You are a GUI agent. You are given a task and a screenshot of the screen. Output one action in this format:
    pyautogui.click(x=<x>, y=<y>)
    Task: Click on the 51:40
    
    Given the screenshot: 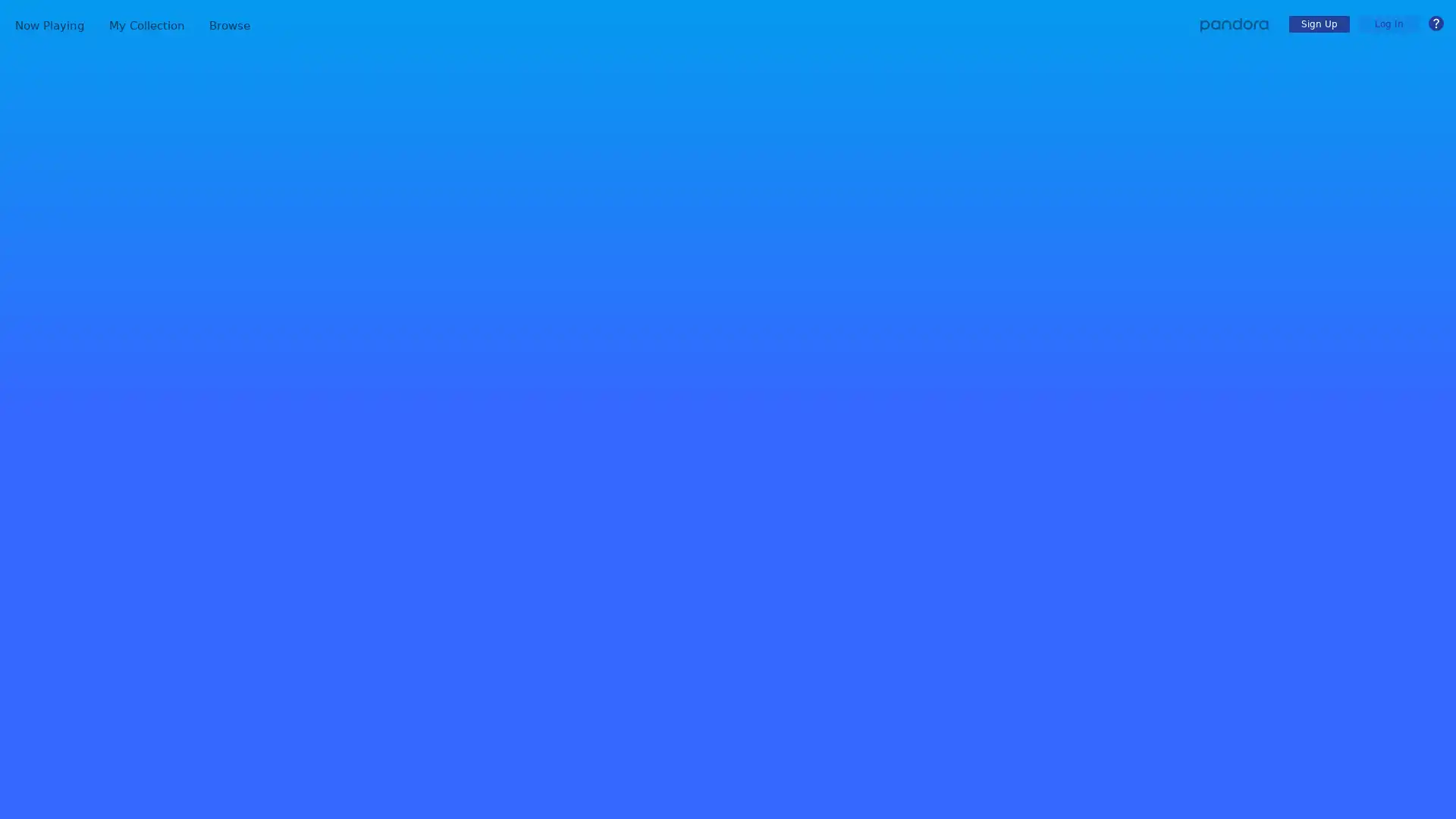 What is the action you would take?
    pyautogui.click(x=1256, y=710)
    